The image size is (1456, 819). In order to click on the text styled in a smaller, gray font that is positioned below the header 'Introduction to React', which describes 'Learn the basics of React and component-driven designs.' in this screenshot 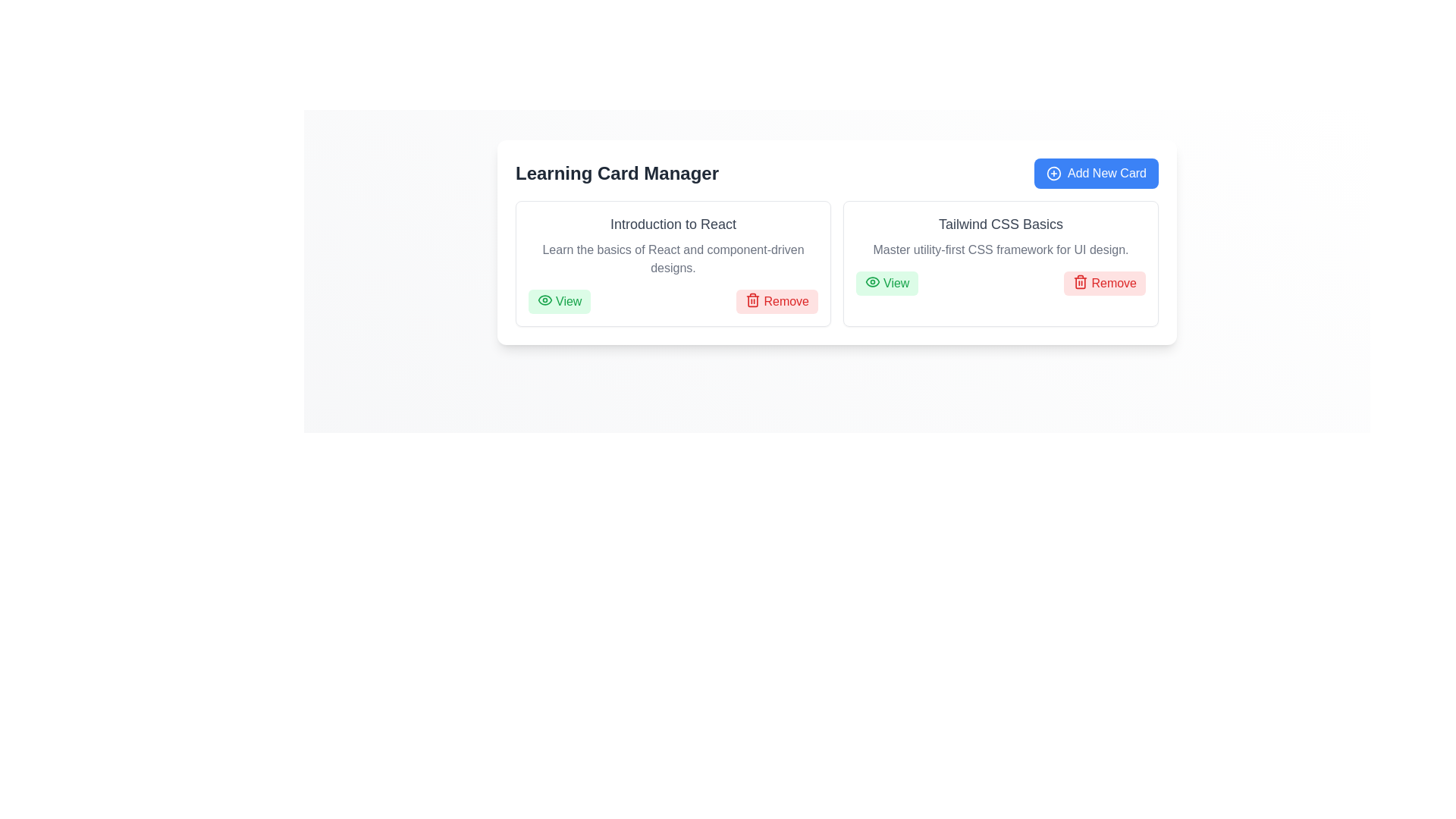, I will do `click(673, 259)`.